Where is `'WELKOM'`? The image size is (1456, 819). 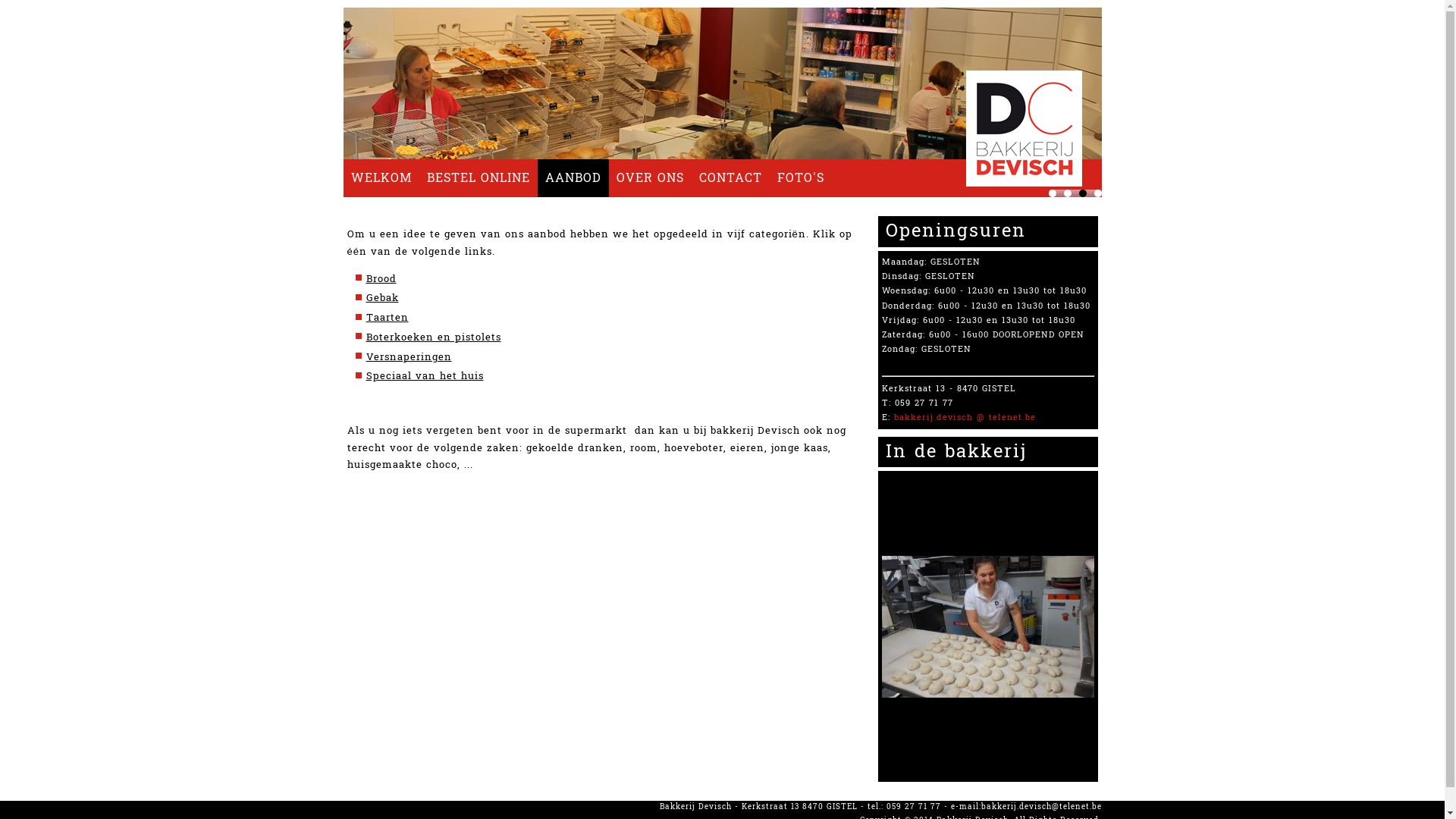 'WELKOM' is located at coordinates (341, 177).